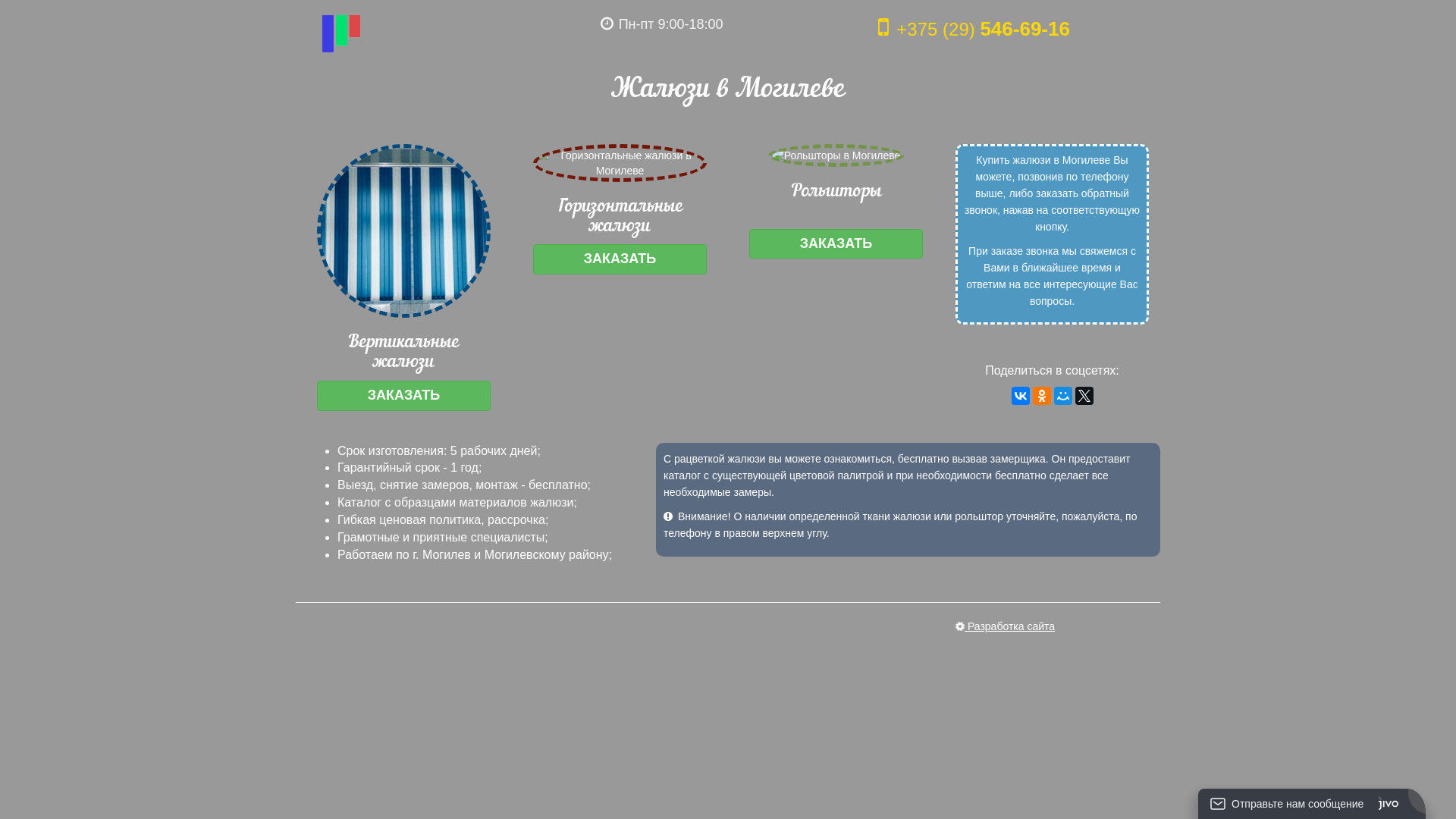  Describe the element at coordinates (1084, 394) in the screenshot. I see `'Twitter'` at that location.